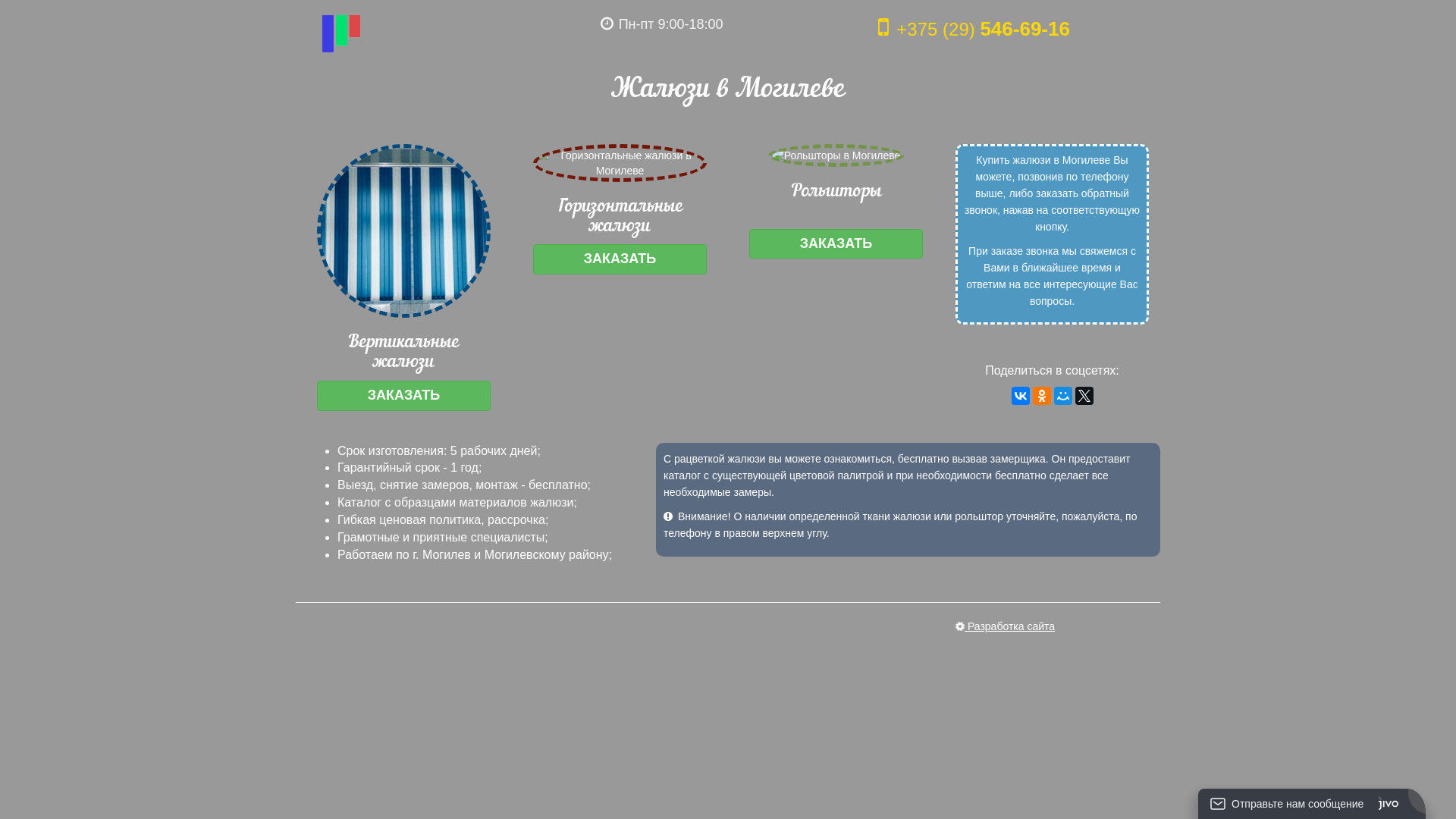  Describe the element at coordinates (1084, 394) in the screenshot. I see `'Twitter'` at that location.